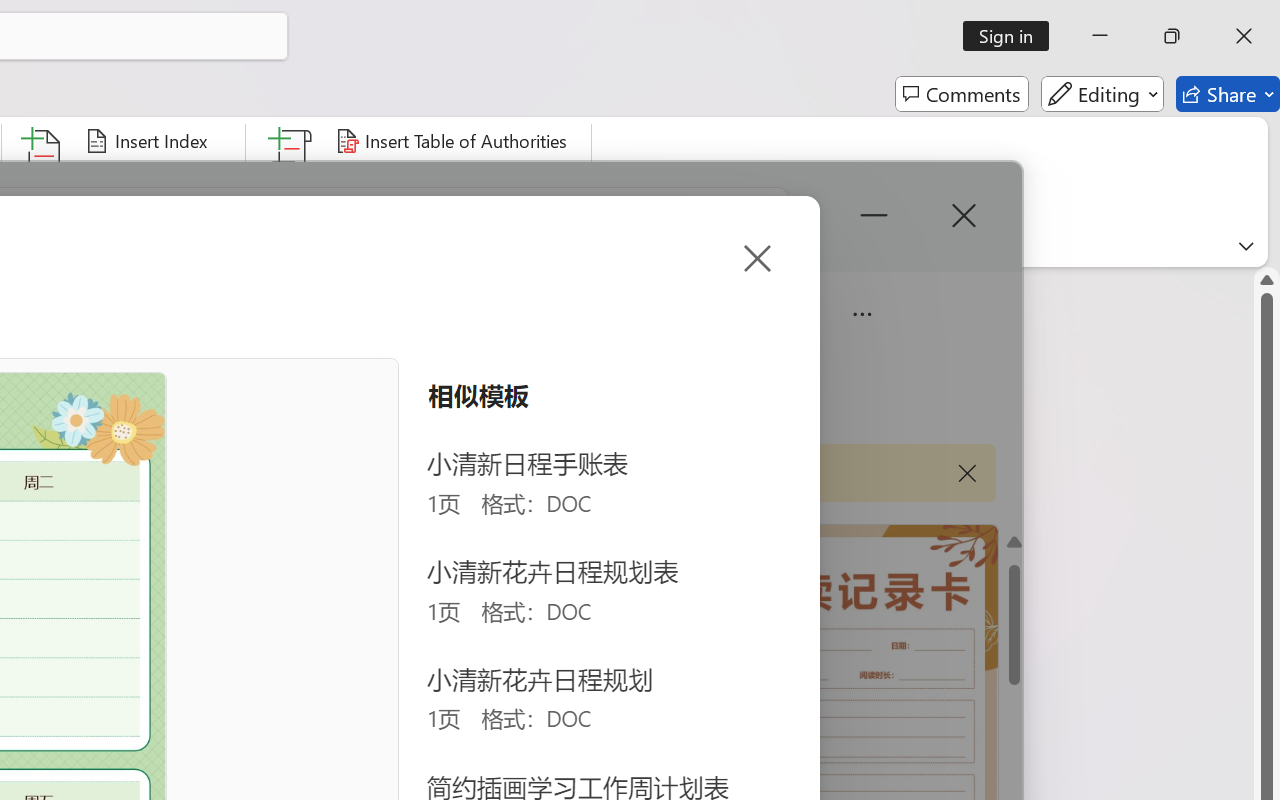 This screenshot has width=1280, height=800. What do you see at coordinates (148, 141) in the screenshot?
I see `'Insert Index...'` at bounding box center [148, 141].